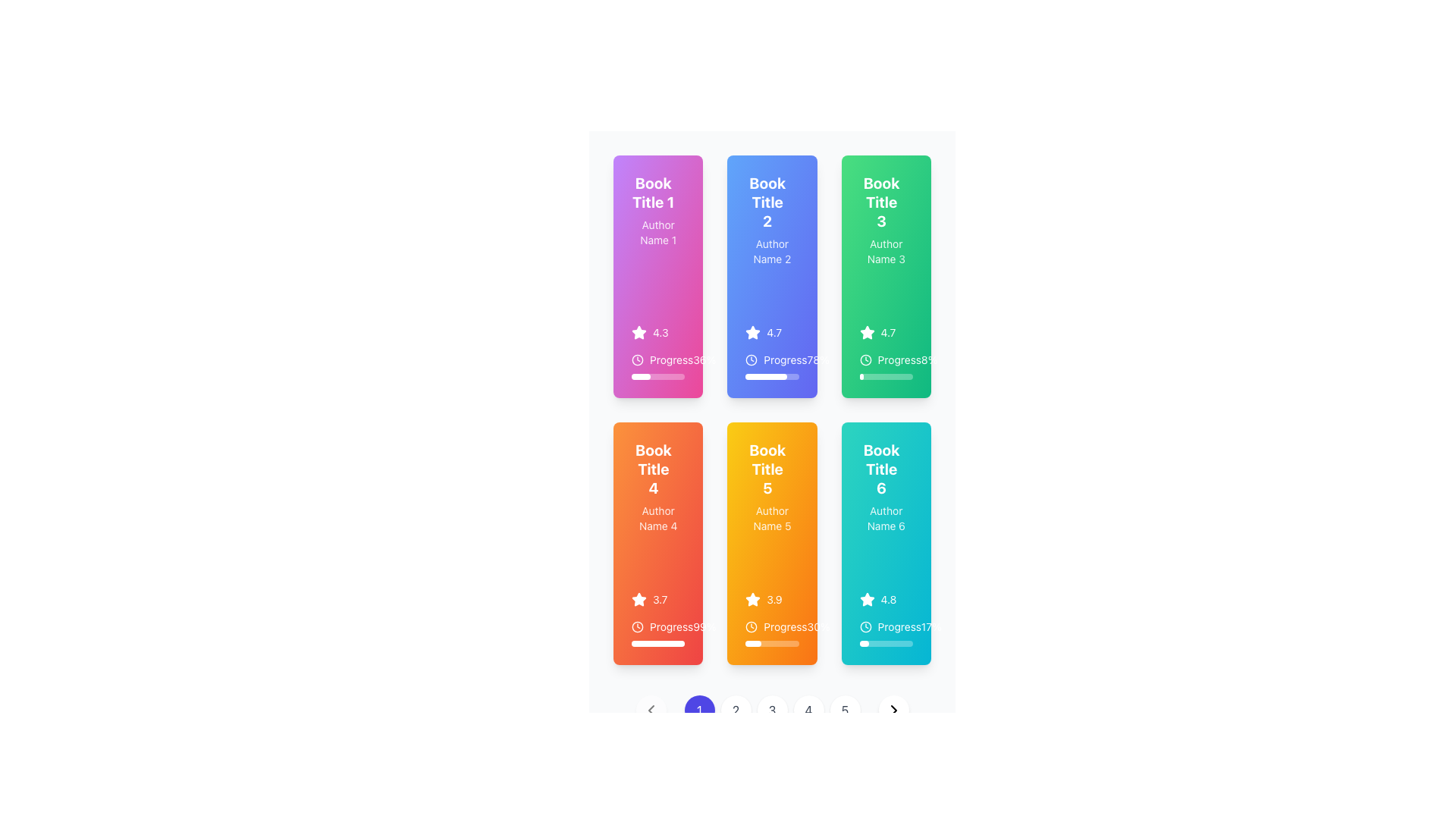  Describe the element at coordinates (772, 620) in the screenshot. I see `information displayed in the Information display component located in the card for 'Book Title 5' in the second row and second column of the grid layout, which includes a rating score, a progress indicator, and related symbols` at that location.